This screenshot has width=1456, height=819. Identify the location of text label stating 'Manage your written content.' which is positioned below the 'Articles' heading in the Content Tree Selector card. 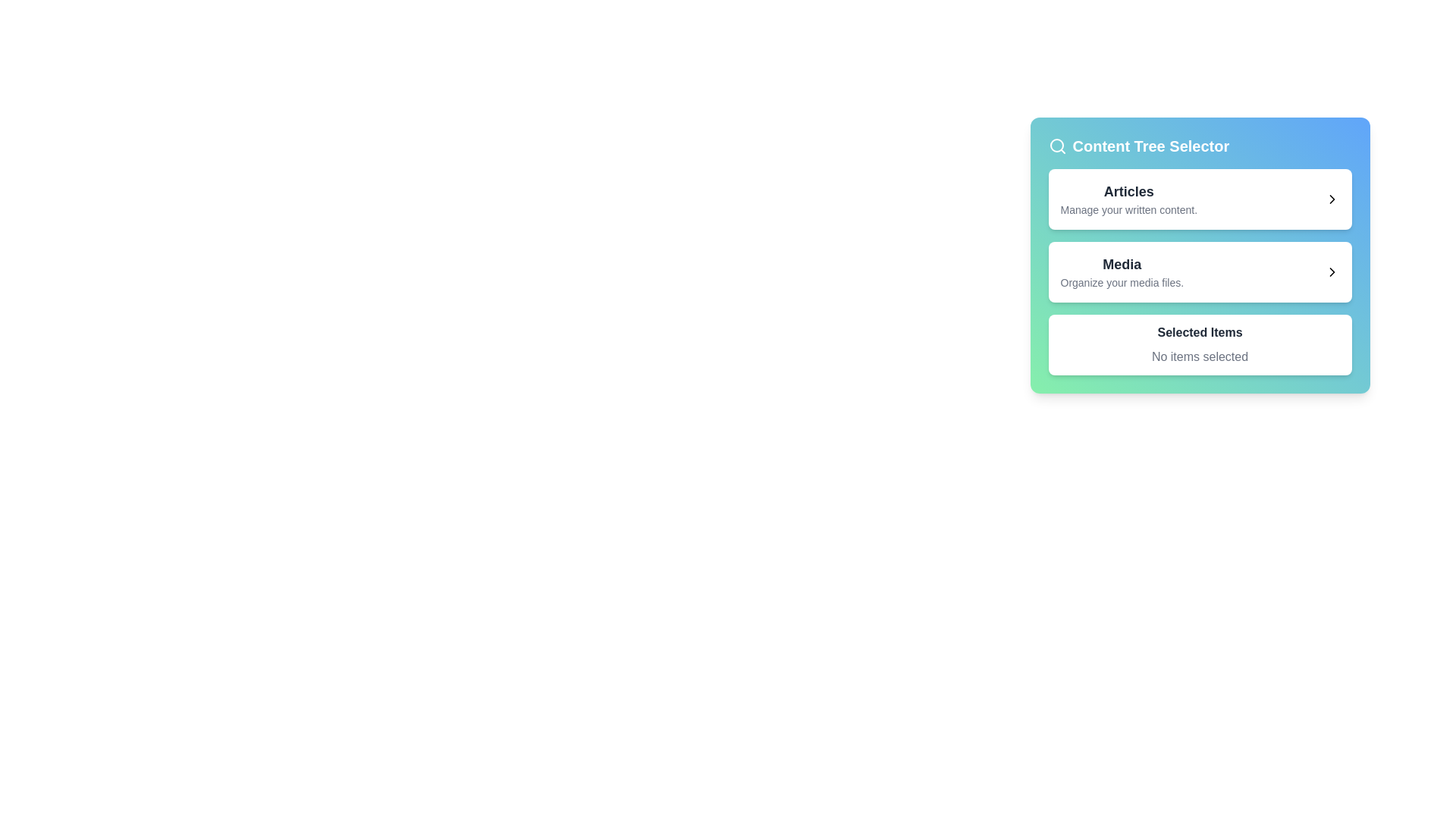
(1128, 210).